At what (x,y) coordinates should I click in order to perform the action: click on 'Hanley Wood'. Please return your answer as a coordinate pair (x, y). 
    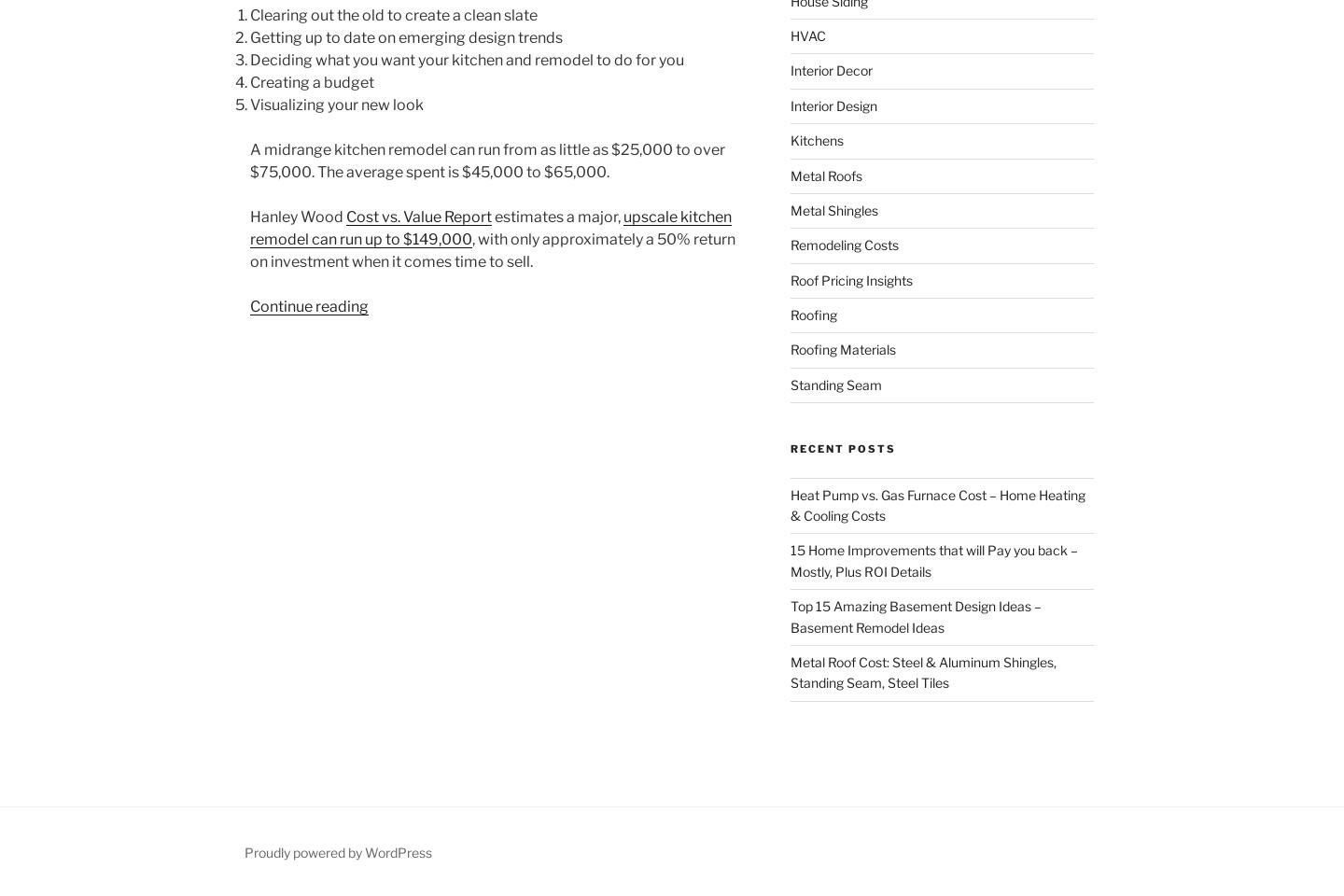
    Looking at the image, I should click on (298, 217).